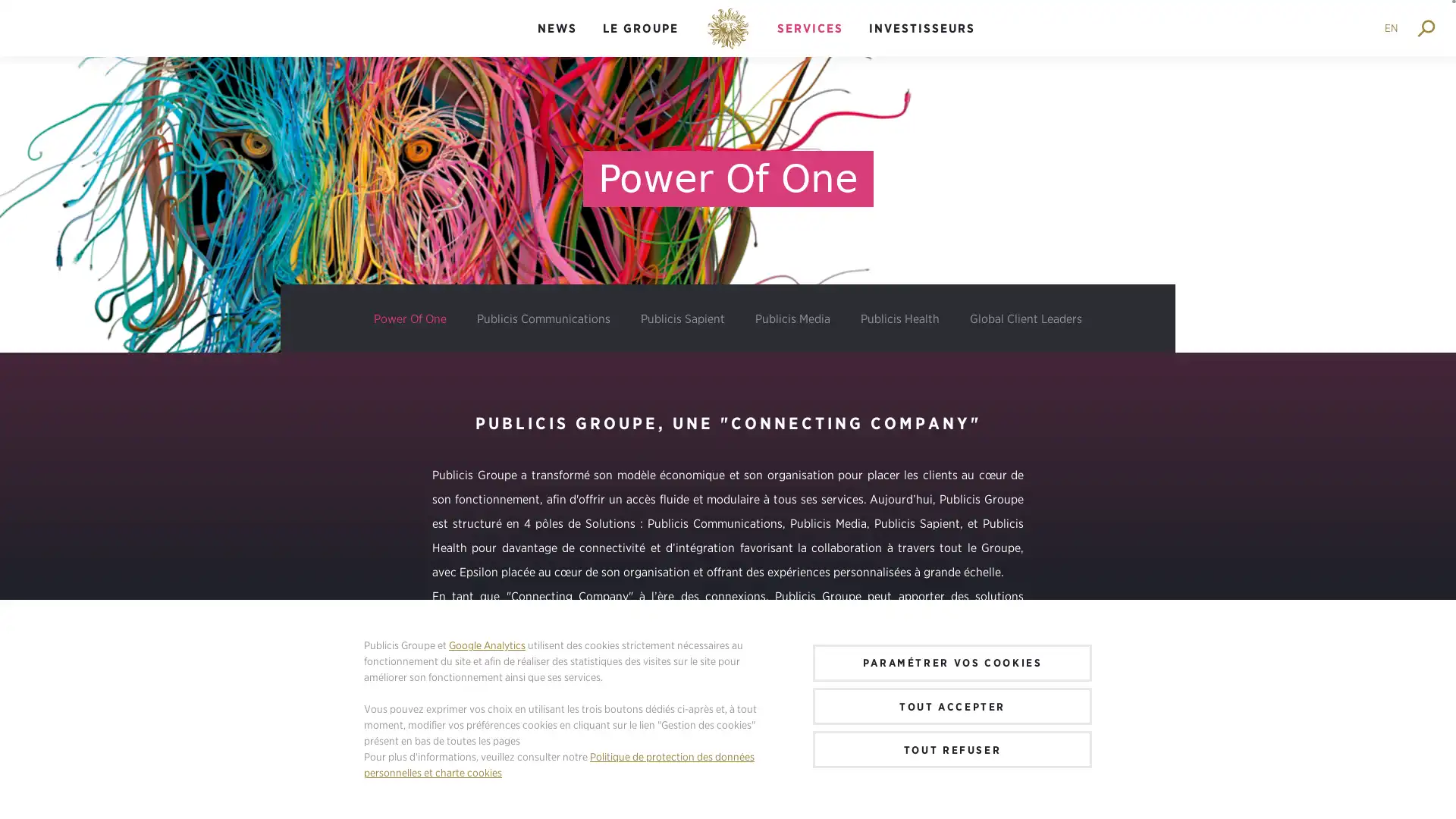  What do you see at coordinates (952, 661) in the screenshot?
I see `PARAMETRER VOS COOKIES PARAMETRER VOS COOKIES` at bounding box center [952, 661].